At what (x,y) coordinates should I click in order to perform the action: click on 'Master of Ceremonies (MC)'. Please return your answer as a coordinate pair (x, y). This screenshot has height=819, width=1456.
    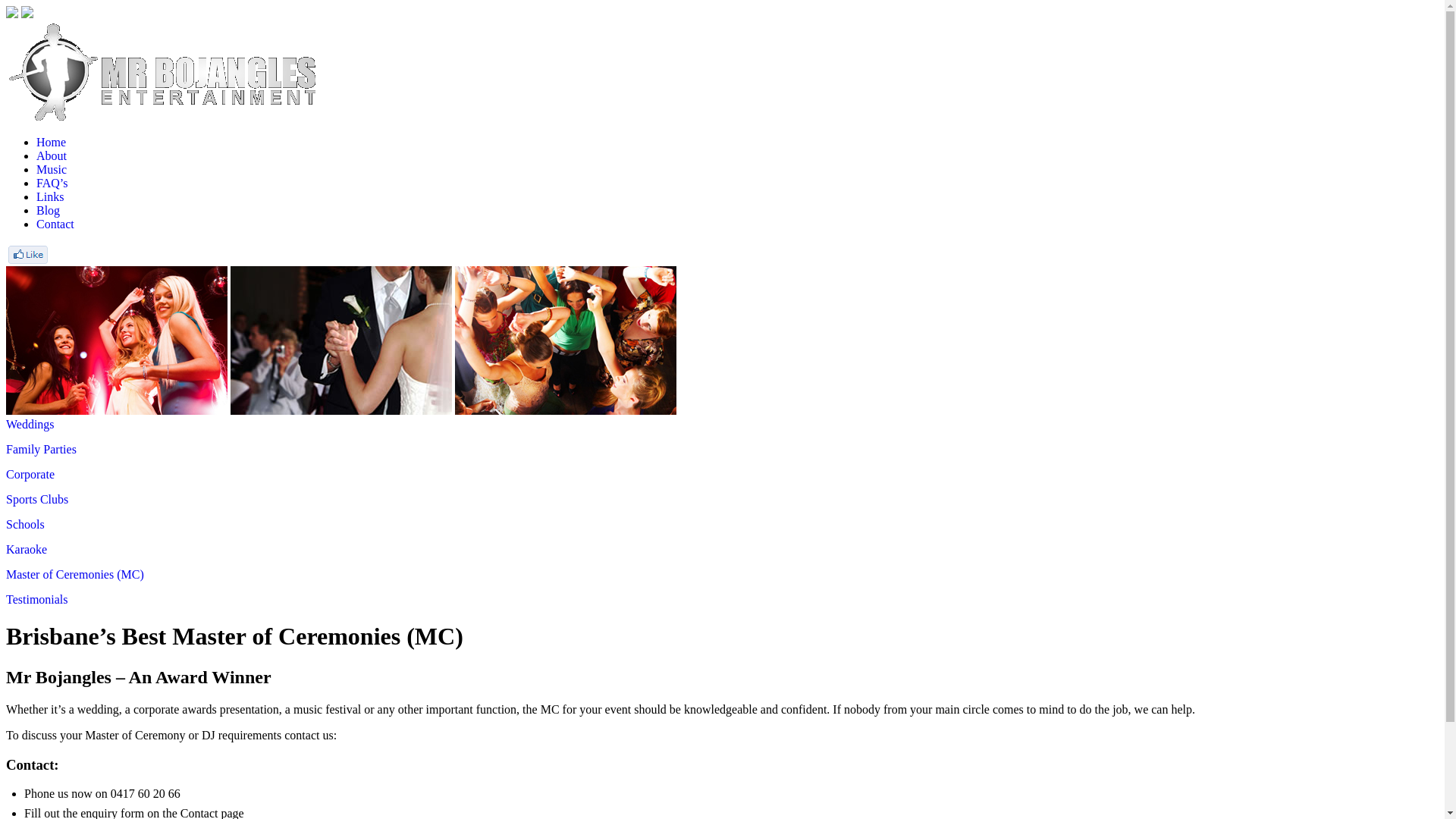
    Looking at the image, I should click on (74, 574).